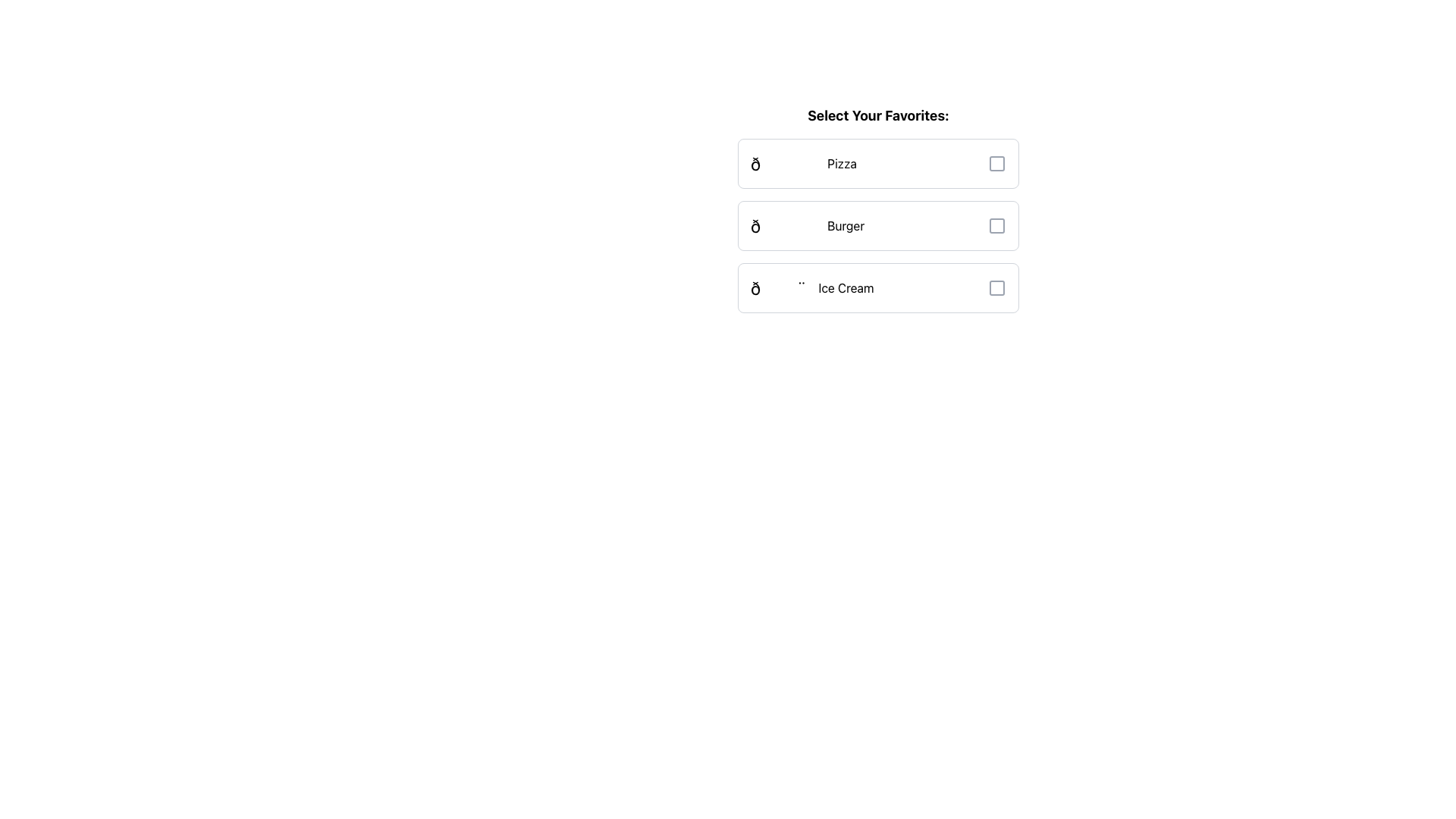 The height and width of the screenshot is (819, 1456). I want to click on the SVG vector graphic representing 'Ice Cream' located at the far-right of its list item, adjacent to the checkbox, so click(997, 288).